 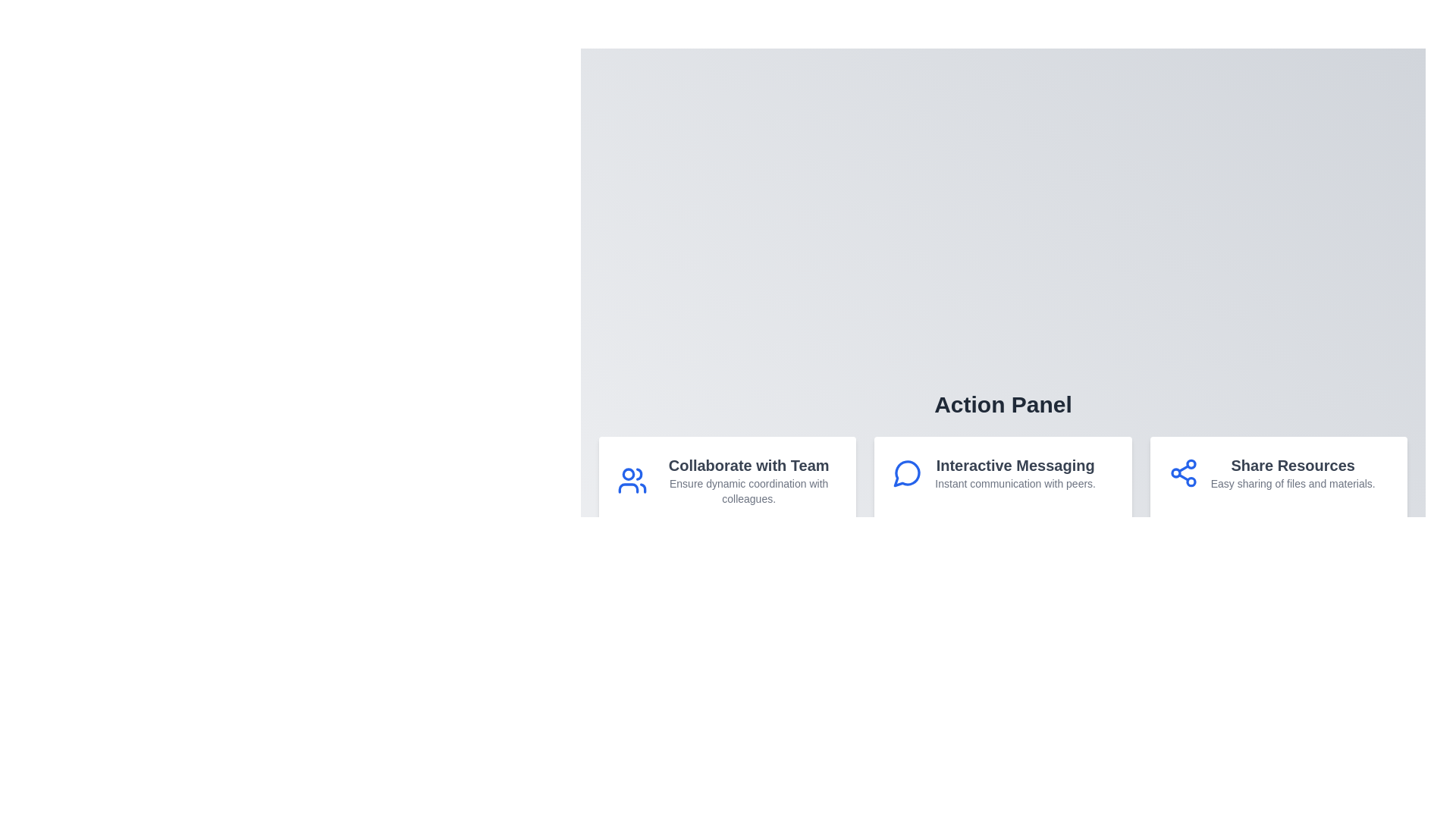 I want to click on the first interactive card in the Action Panel section, so click(x=726, y=480).